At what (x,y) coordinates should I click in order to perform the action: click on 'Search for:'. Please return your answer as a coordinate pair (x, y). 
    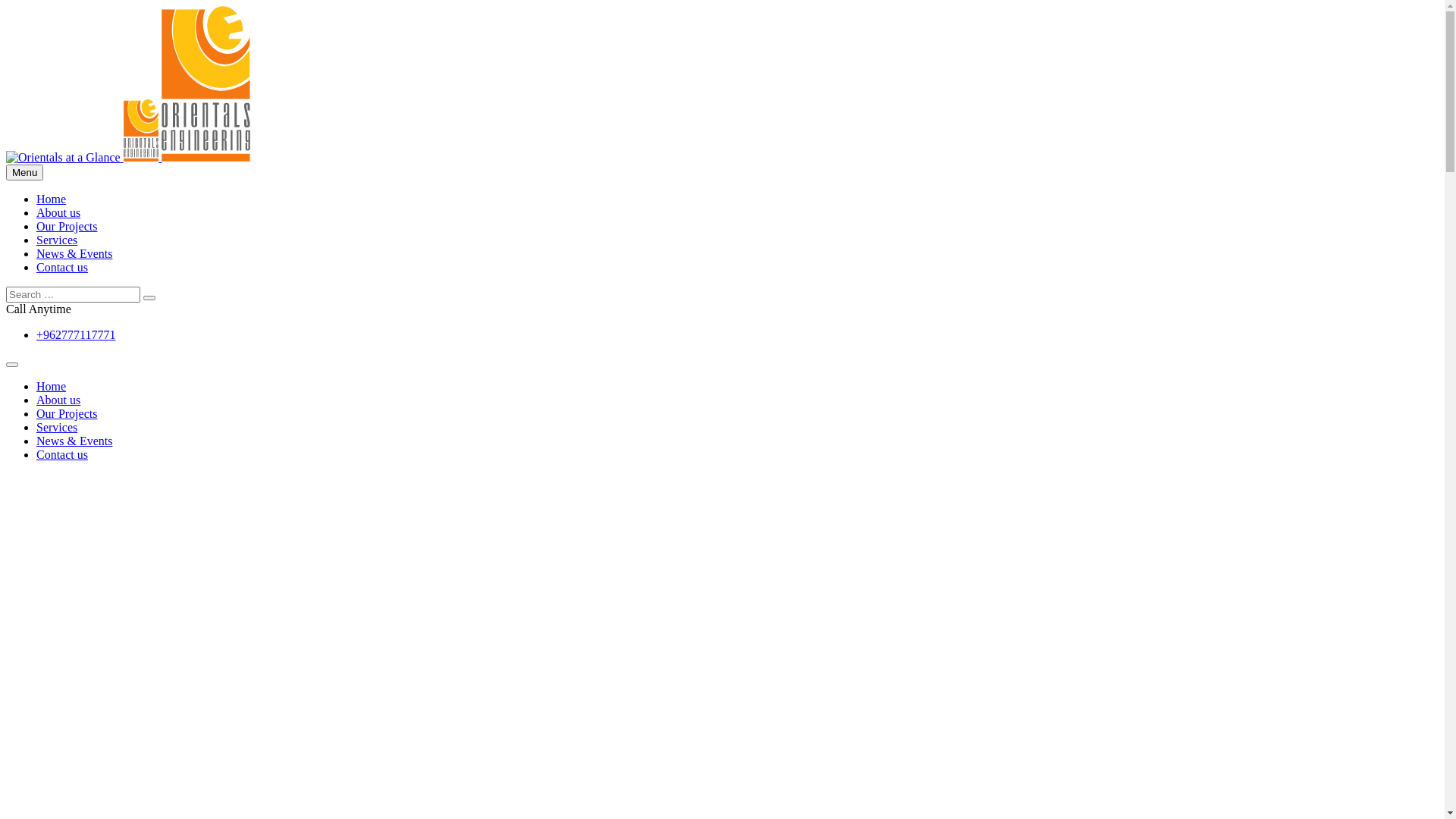
    Looking at the image, I should click on (72, 294).